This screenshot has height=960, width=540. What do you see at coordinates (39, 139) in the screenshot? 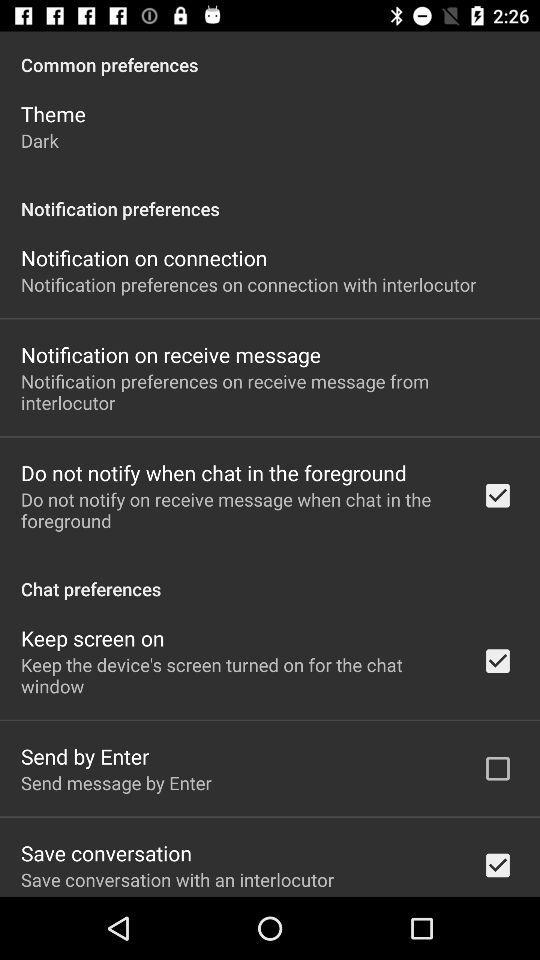
I see `icon above notification preferences item` at bounding box center [39, 139].